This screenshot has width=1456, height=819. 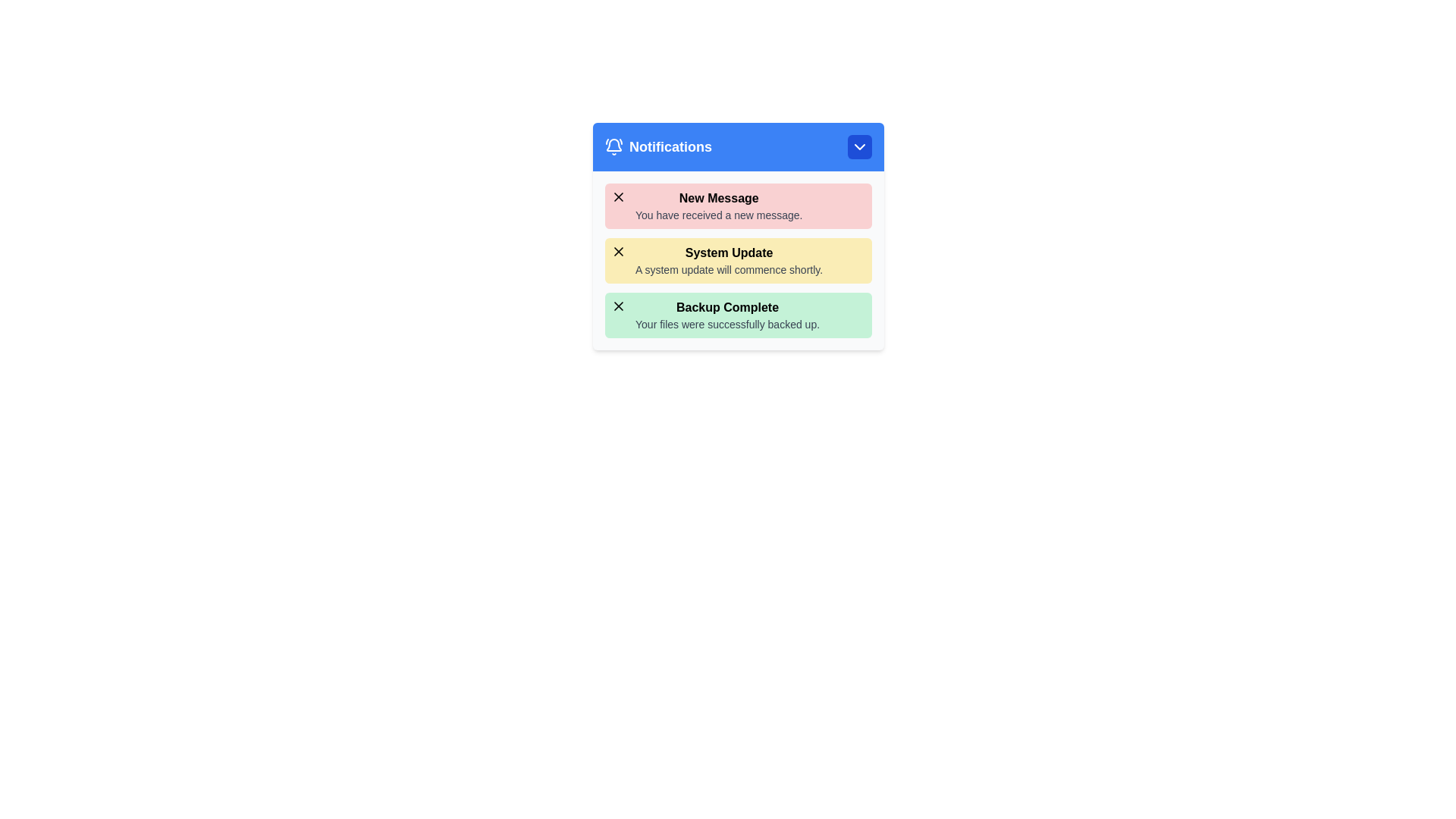 What do you see at coordinates (619, 250) in the screenshot?
I see `the dismiss icon within the 'System Update' notification card to mark the notification as closed` at bounding box center [619, 250].